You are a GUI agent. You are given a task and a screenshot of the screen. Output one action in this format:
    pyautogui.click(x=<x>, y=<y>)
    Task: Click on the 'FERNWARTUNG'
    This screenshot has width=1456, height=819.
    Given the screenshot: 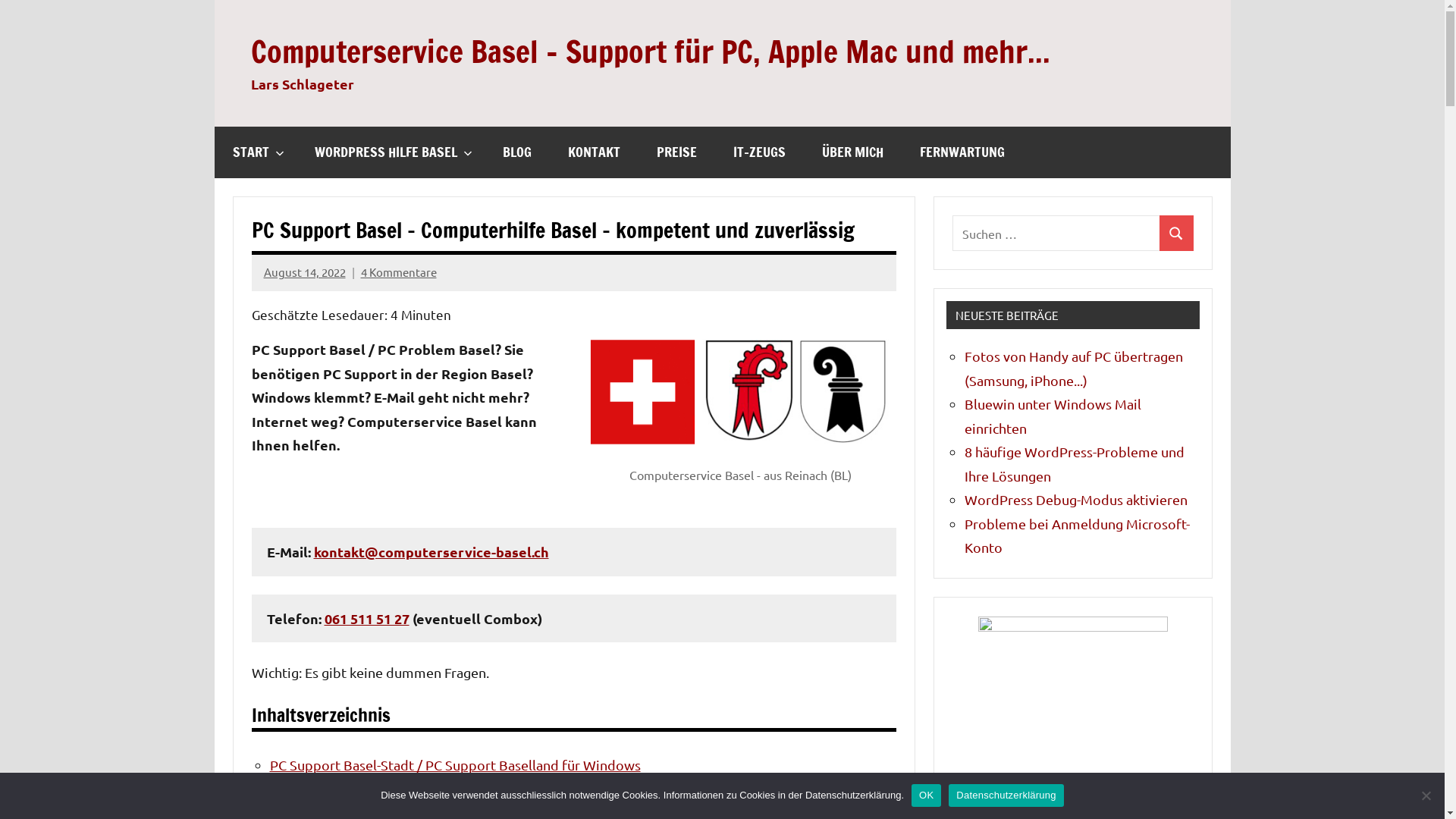 What is the action you would take?
    pyautogui.click(x=960, y=152)
    